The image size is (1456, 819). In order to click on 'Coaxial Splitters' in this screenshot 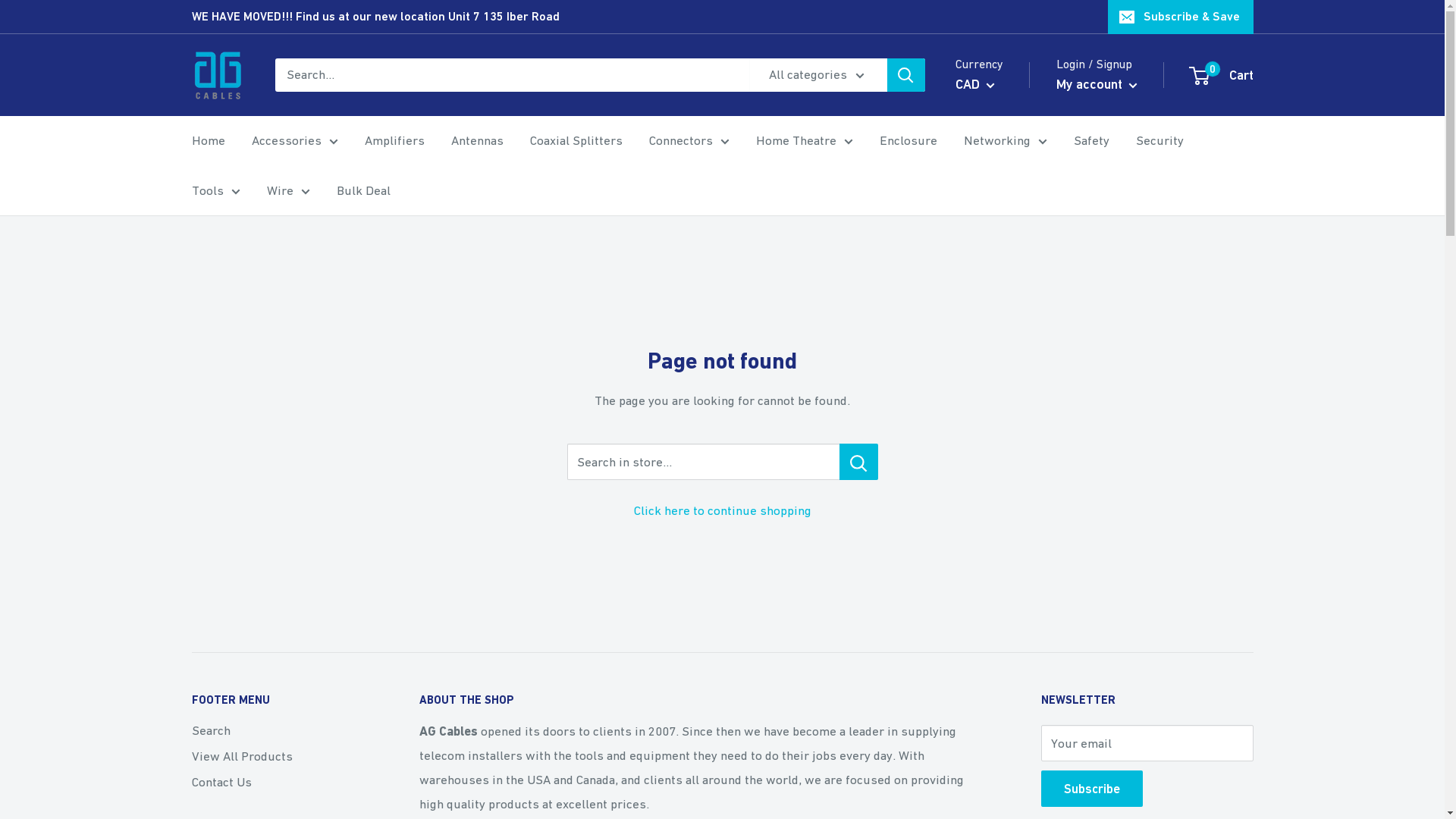, I will do `click(574, 140)`.